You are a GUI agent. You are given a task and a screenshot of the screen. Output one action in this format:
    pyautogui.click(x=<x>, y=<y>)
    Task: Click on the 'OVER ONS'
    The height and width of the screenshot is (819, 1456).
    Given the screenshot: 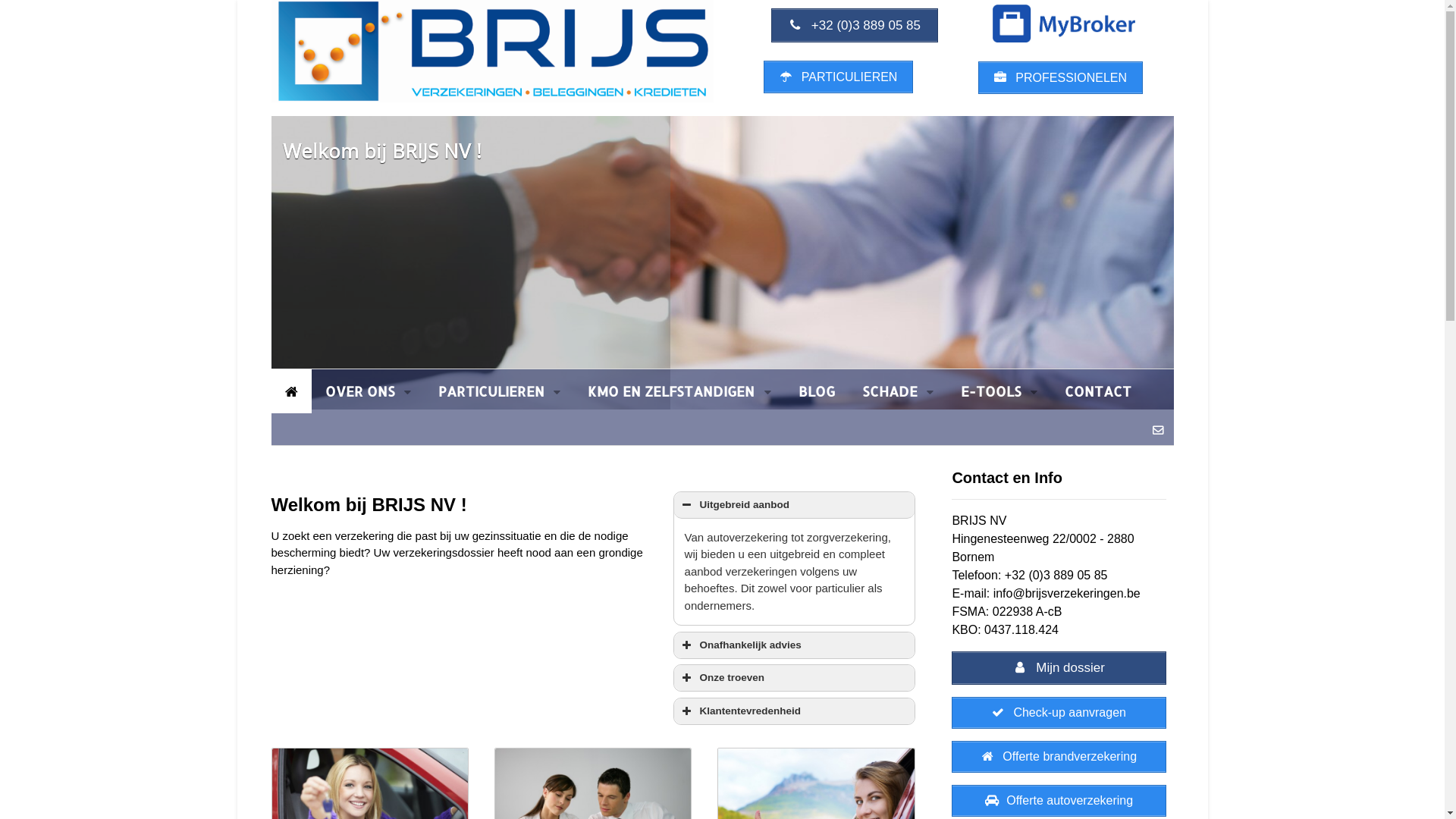 What is the action you would take?
    pyautogui.click(x=367, y=391)
    